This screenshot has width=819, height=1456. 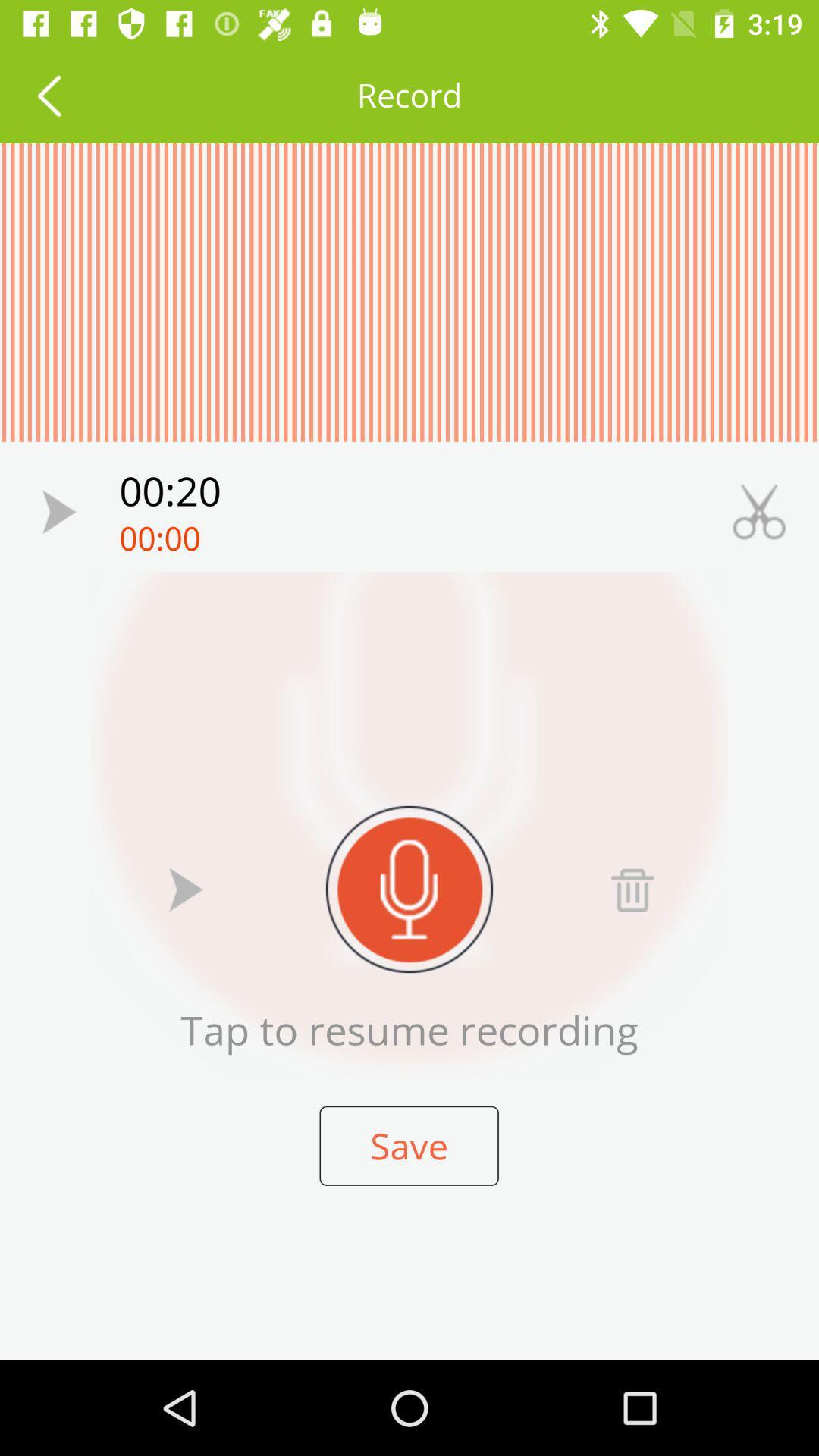 What do you see at coordinates (408, 1146) in the screenshot?
I see `the icon below tap to resume item` at bounding box center [408, 1146].